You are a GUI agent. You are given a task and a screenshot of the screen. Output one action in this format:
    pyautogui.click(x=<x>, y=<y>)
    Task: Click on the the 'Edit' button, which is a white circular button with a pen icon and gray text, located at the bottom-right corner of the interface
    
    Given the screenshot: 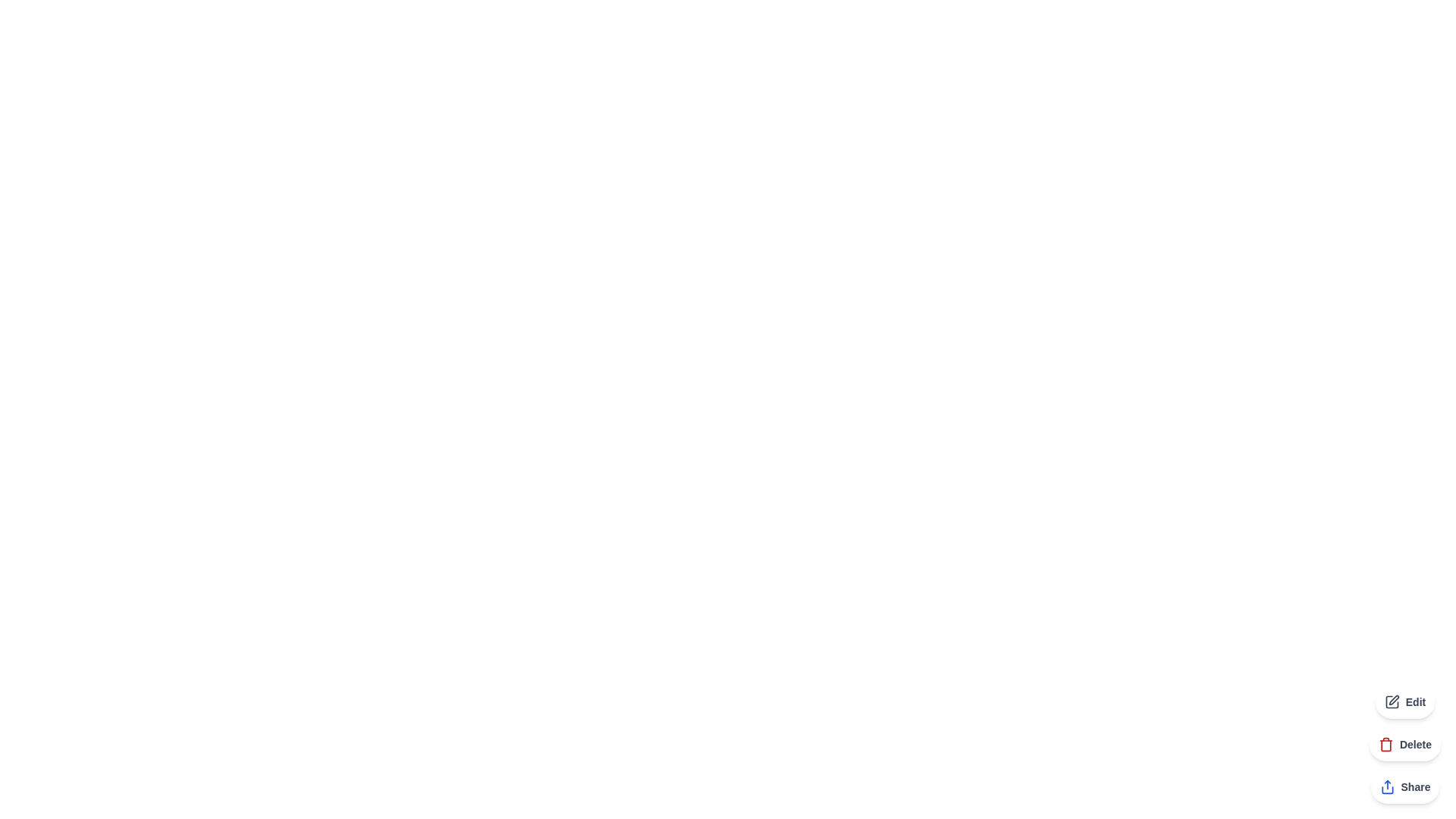 What is the action you would take?
    pyautogui.click(x=1404, y=701)
    